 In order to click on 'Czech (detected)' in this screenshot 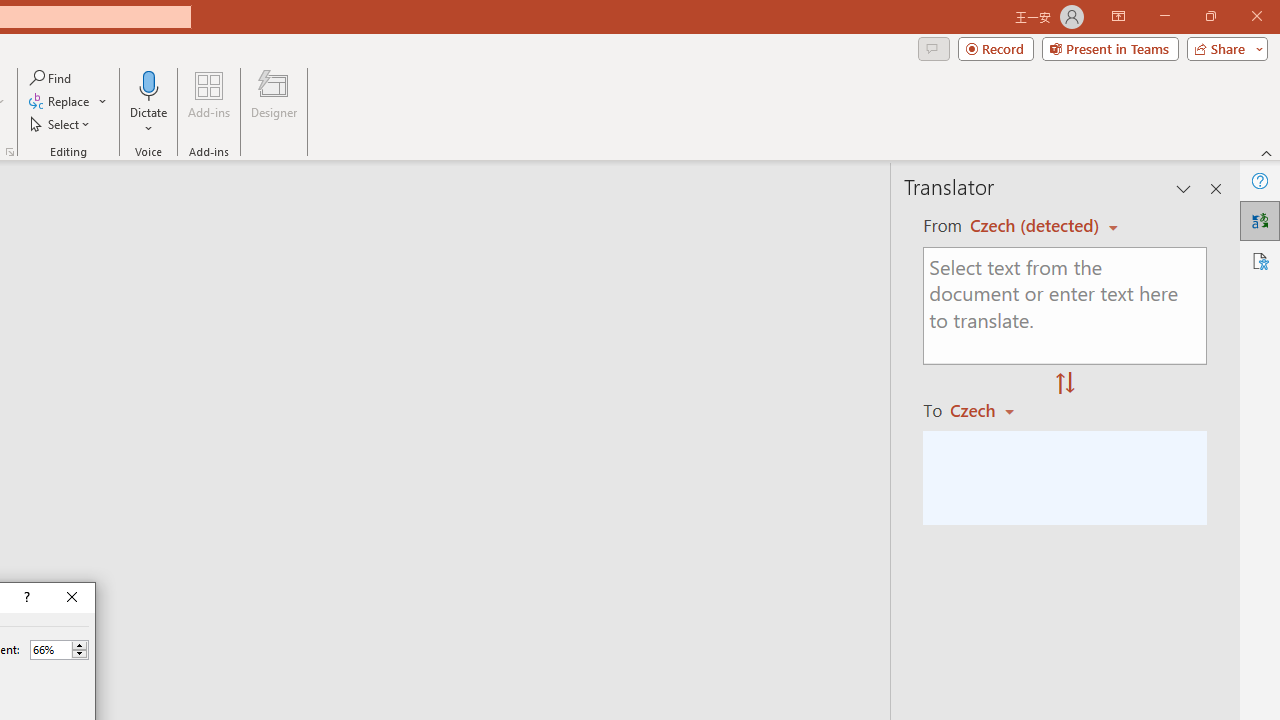, I will do `click(1037, 225)`.